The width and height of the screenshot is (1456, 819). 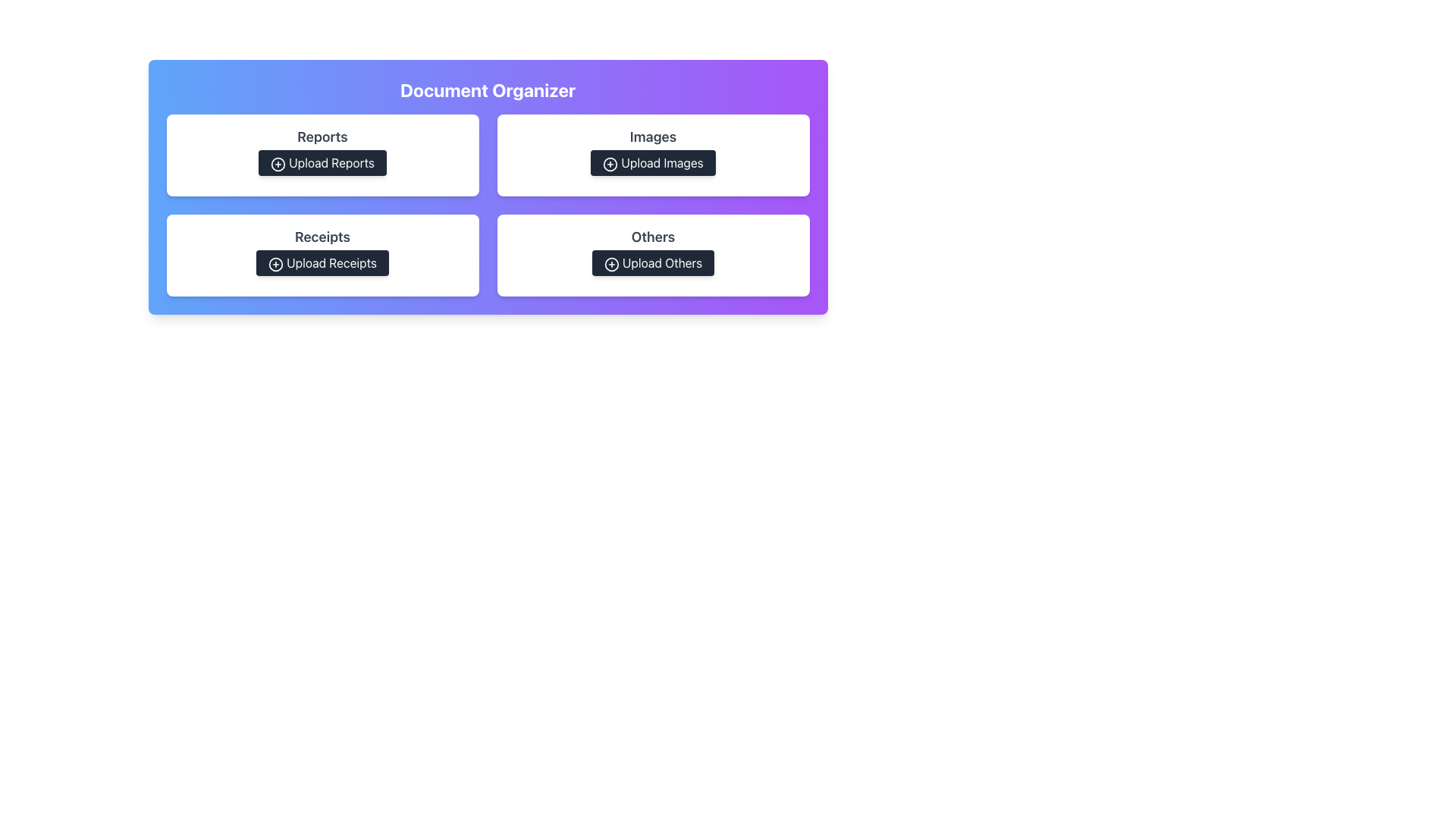 What do you see at coordinates (611, 263) in the screenshot?
I see `the icon that signifies the action for adding or uploading items, located to the left of the 'Upload Others' button in the bottom-right section of the grid layout` at bounding box center [611, 263].